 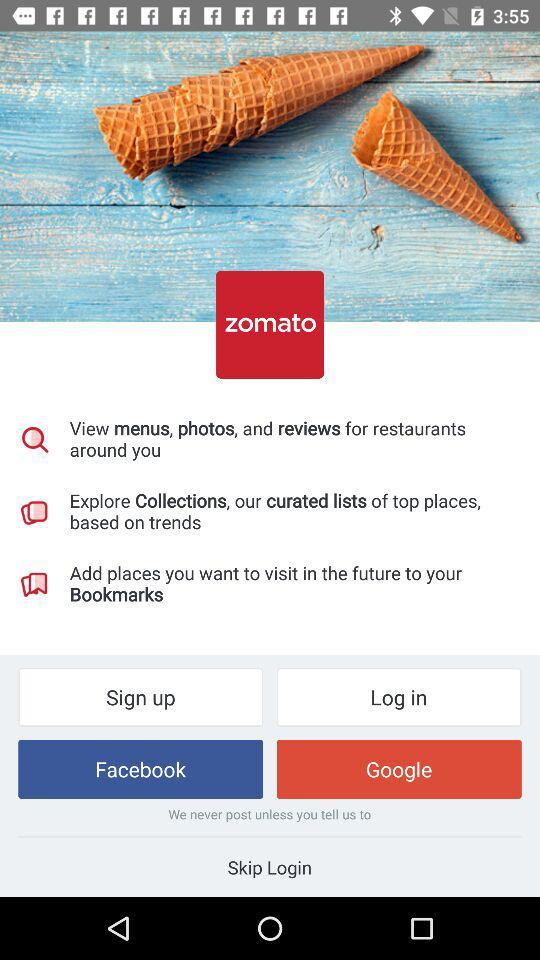 I want to click on icon to the left of log in item, so click(x=139, y=697).